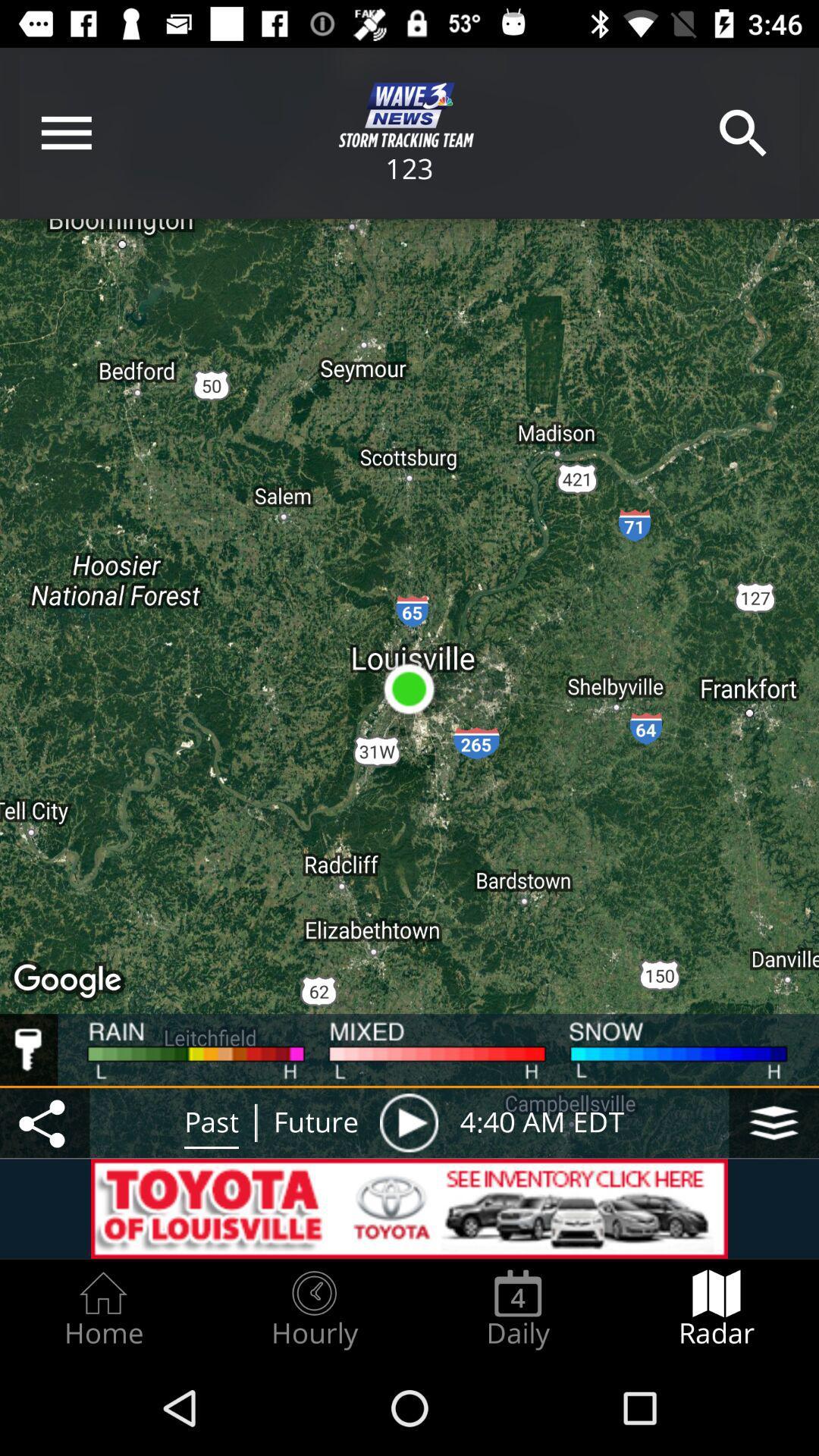 Image resolution: width=819 pixels, height=1456 pixels. I want to click on the item to the left of hourly item, so click(102, 1309).